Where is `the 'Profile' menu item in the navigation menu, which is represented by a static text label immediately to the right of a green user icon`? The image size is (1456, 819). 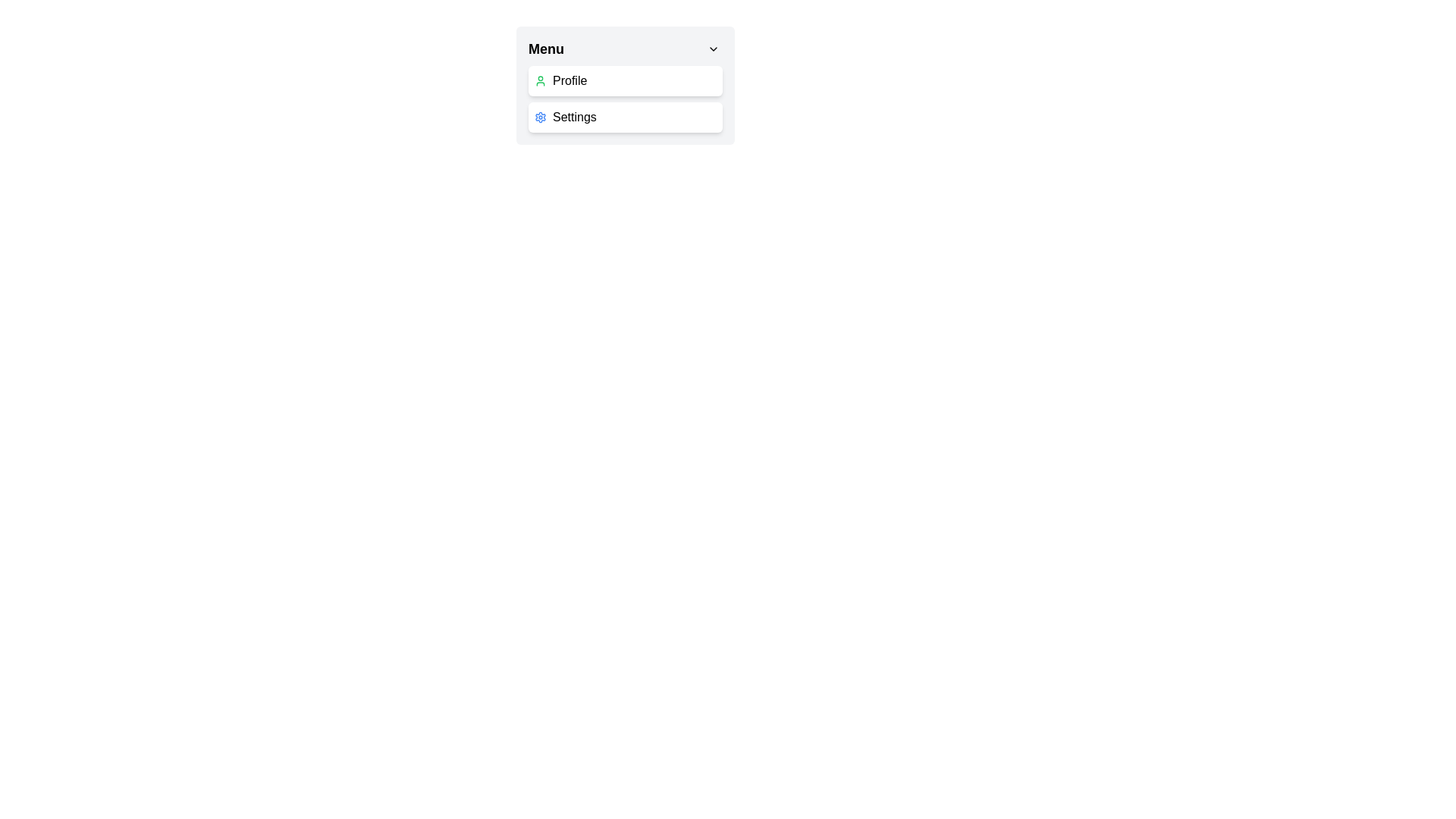 the 'Profile' menu item in the navigation menu, which is represented by a static text label immediately to the right of a green user icon is located at coordinates (569, 81).